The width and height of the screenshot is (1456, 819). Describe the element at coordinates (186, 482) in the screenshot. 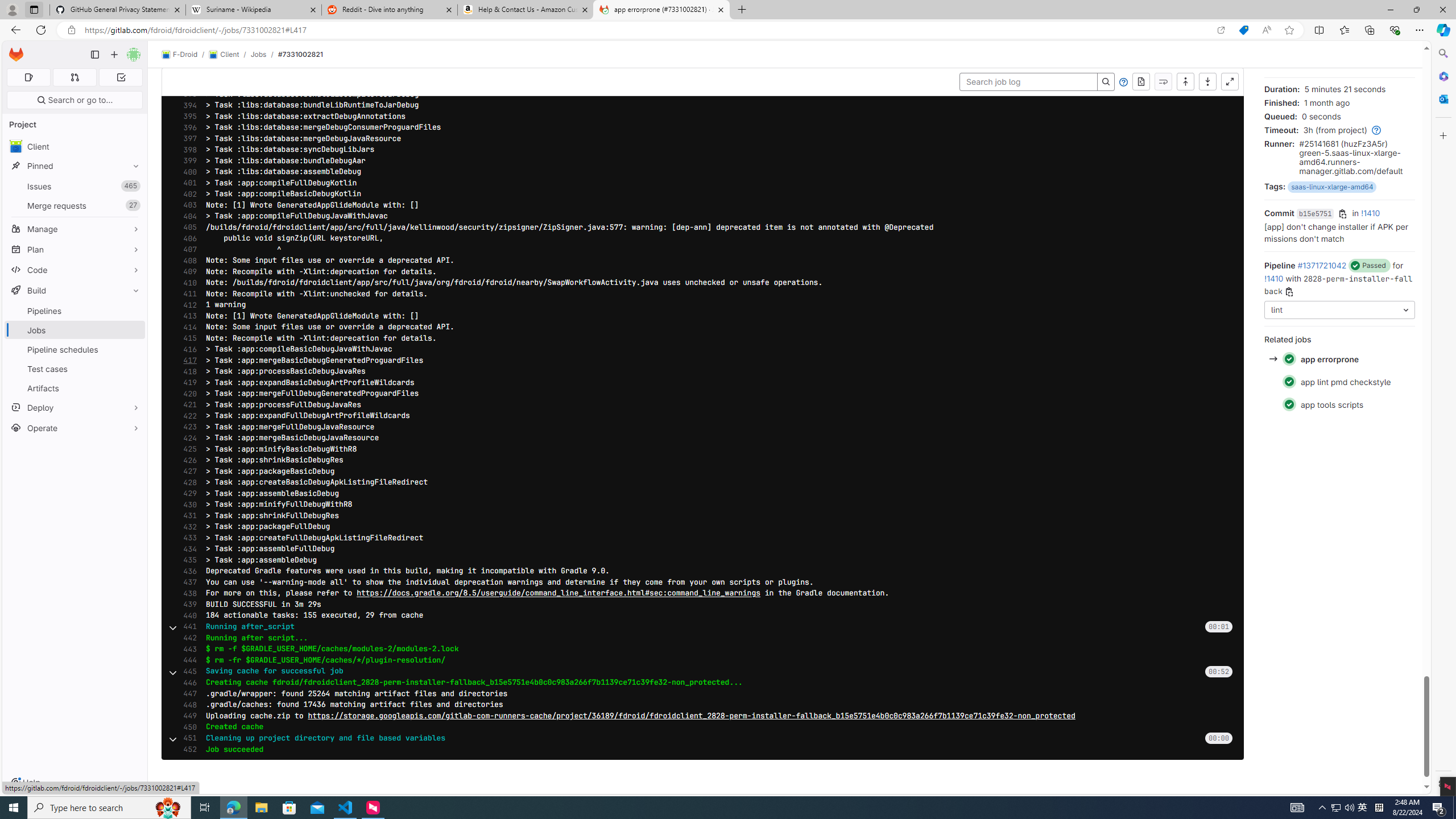

I see `'428'` at that location.